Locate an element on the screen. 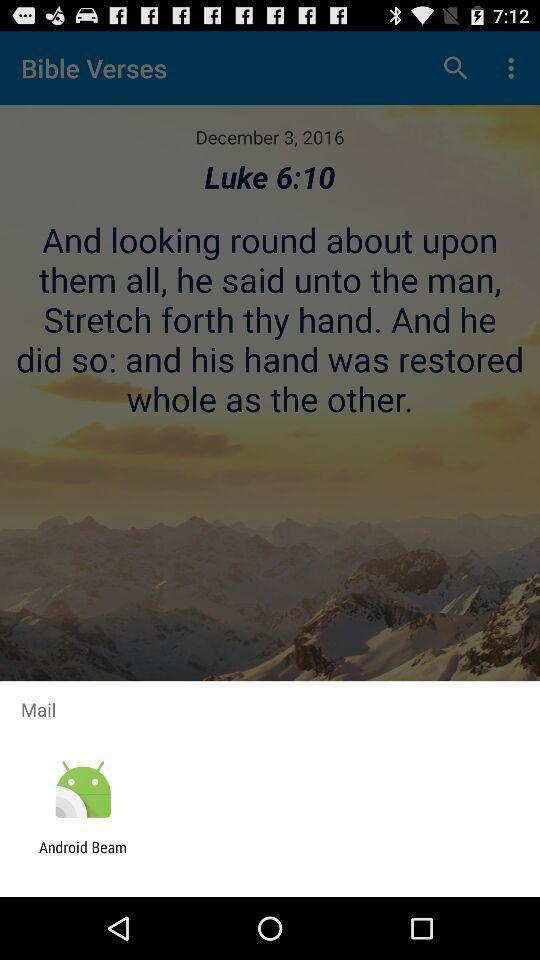 The image size is (540, 960). the icon above android beam icon is located at coordinates (82, 790).